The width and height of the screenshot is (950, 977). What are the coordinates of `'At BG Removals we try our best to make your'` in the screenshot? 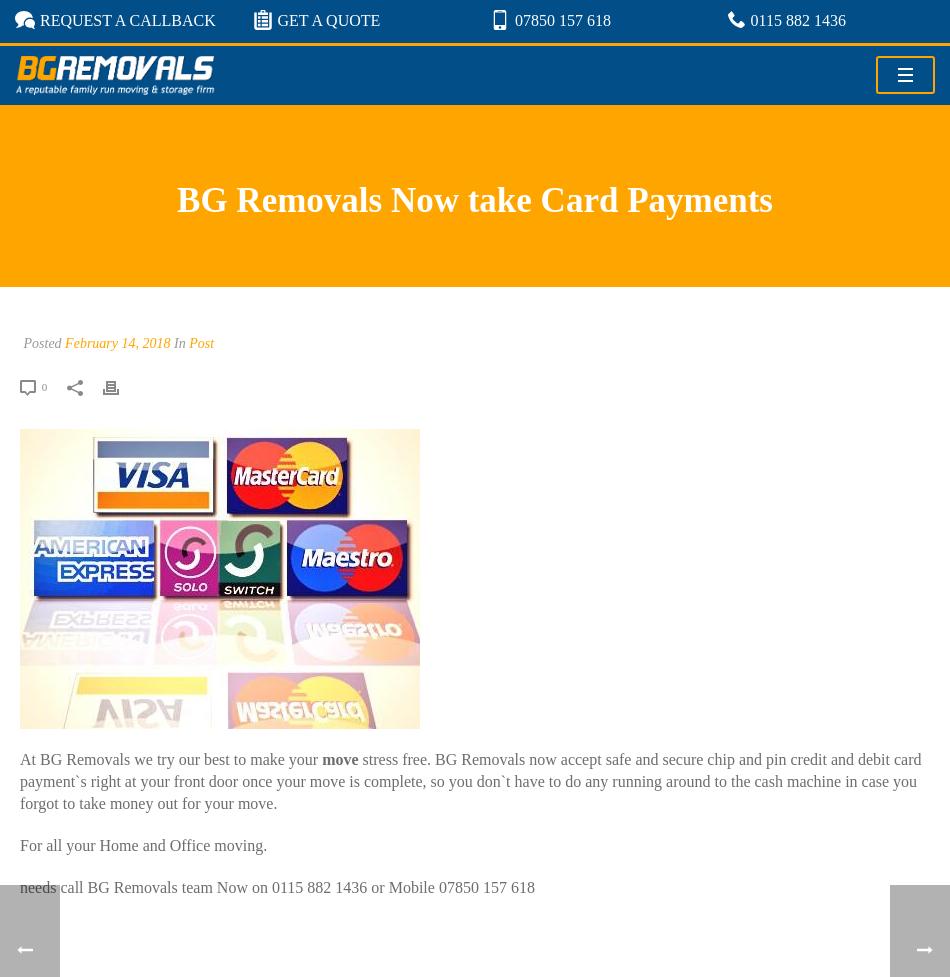 It's located at (171, 759).